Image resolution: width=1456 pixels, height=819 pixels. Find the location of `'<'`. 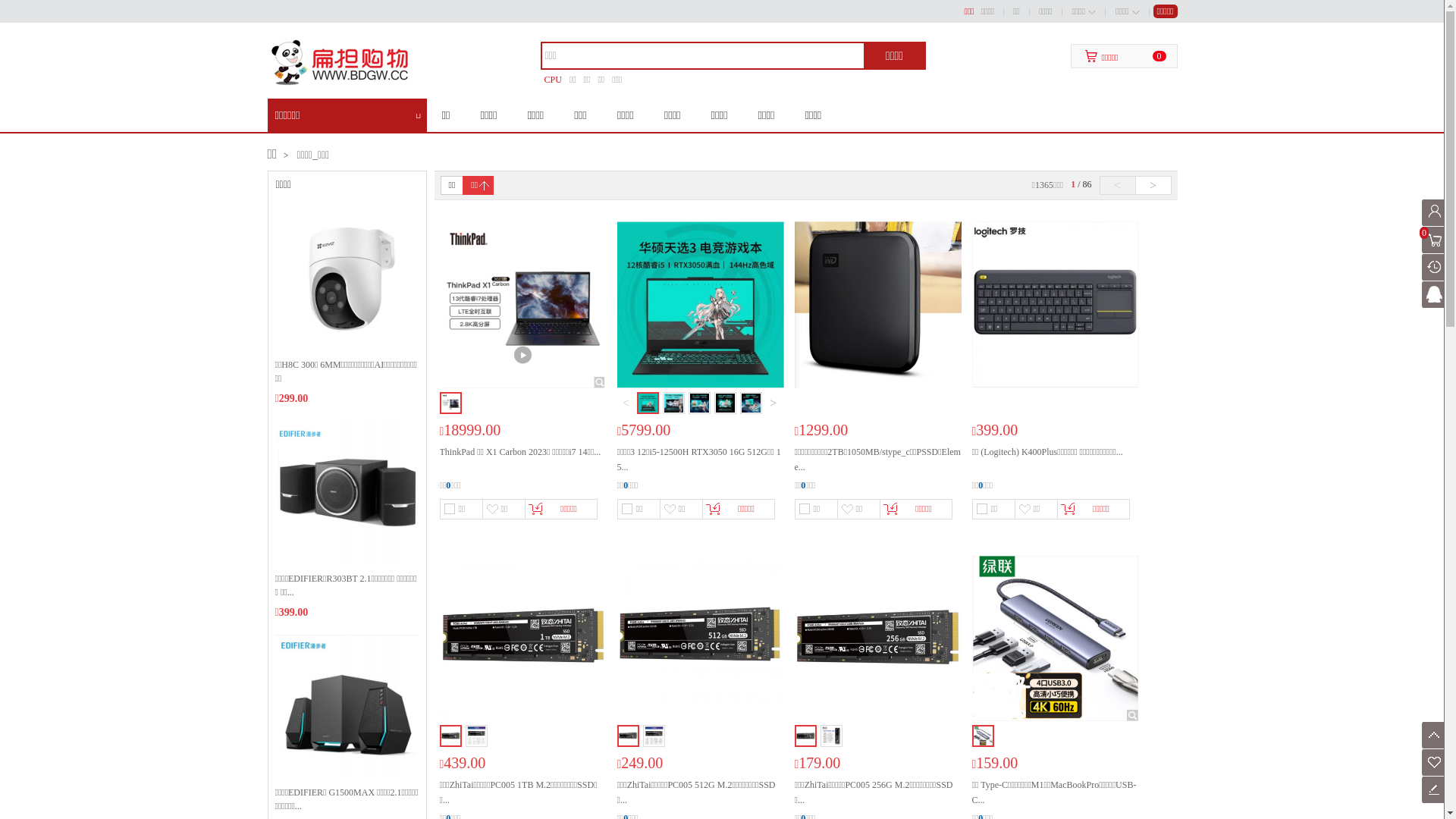

'<' is located at coordinates (1099, 184).